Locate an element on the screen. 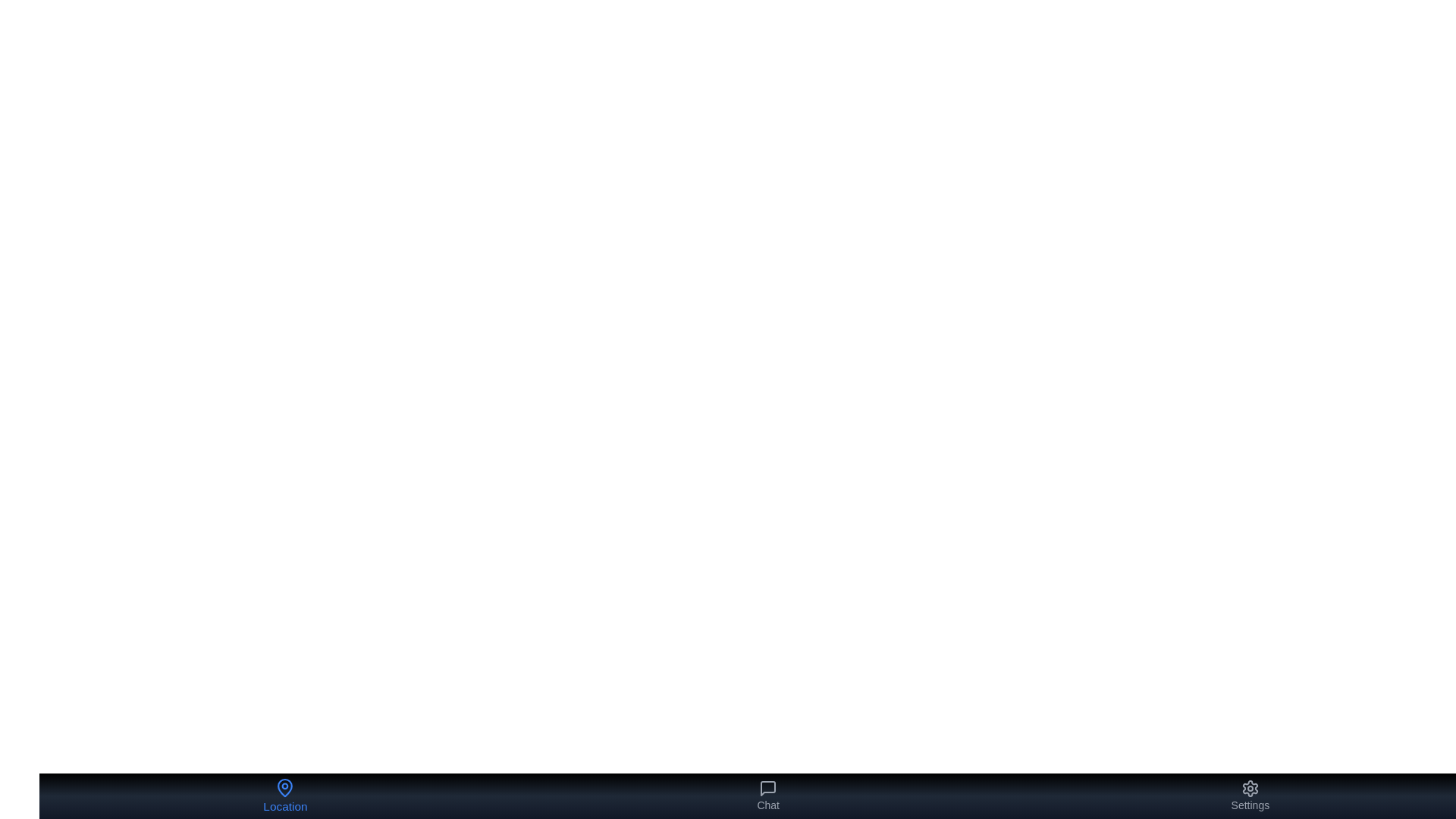  the 'Settings' button in the bottom navigation bar is located at coordinates (1250, 795).